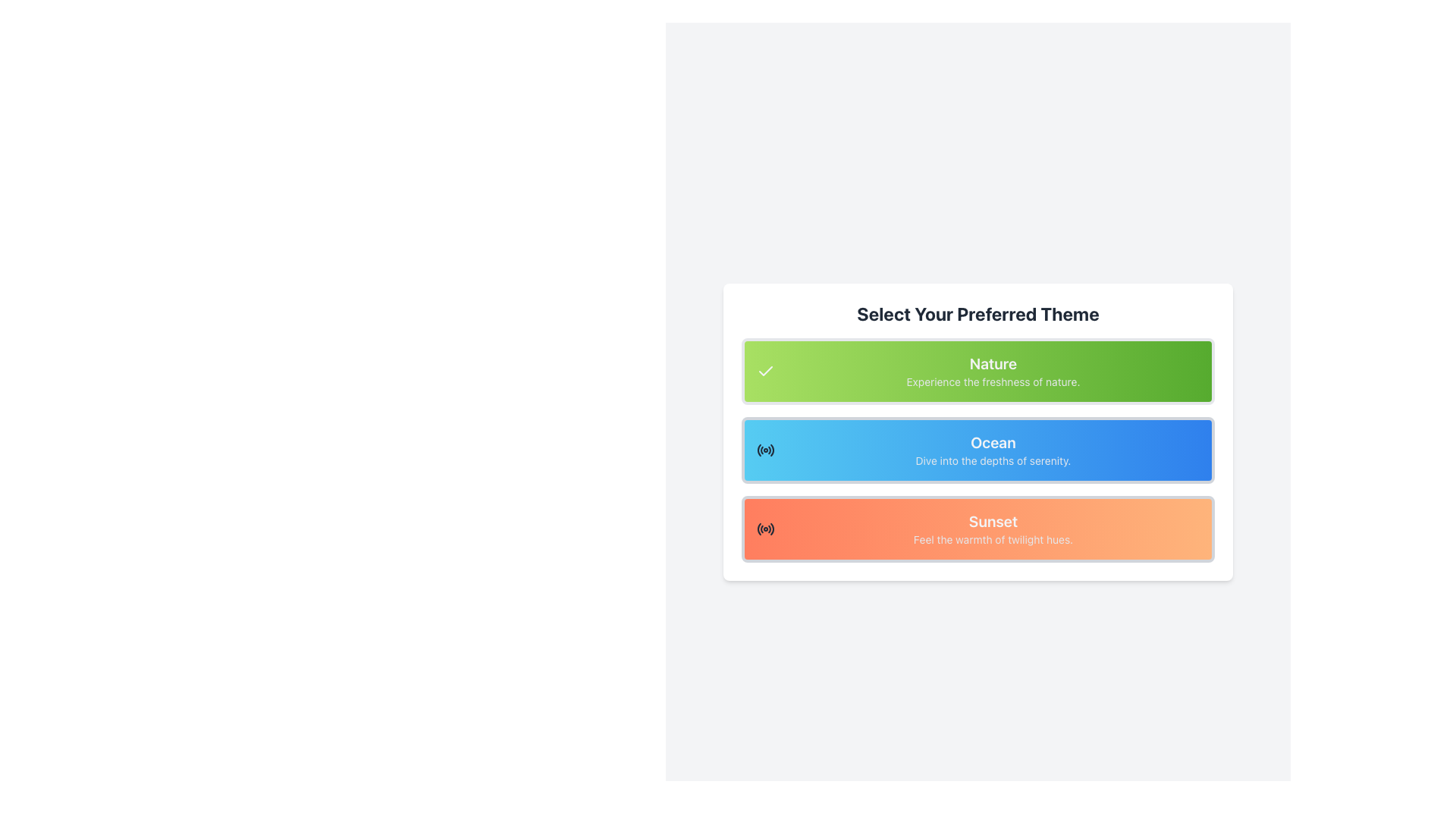  What do you see at coordinates (978, 312) in the screenshot?
I see `bolded text header that reads 'Select Your Preferred Theme', which is positioned at the top of the theme selection section` at bounding box center [978, 312].